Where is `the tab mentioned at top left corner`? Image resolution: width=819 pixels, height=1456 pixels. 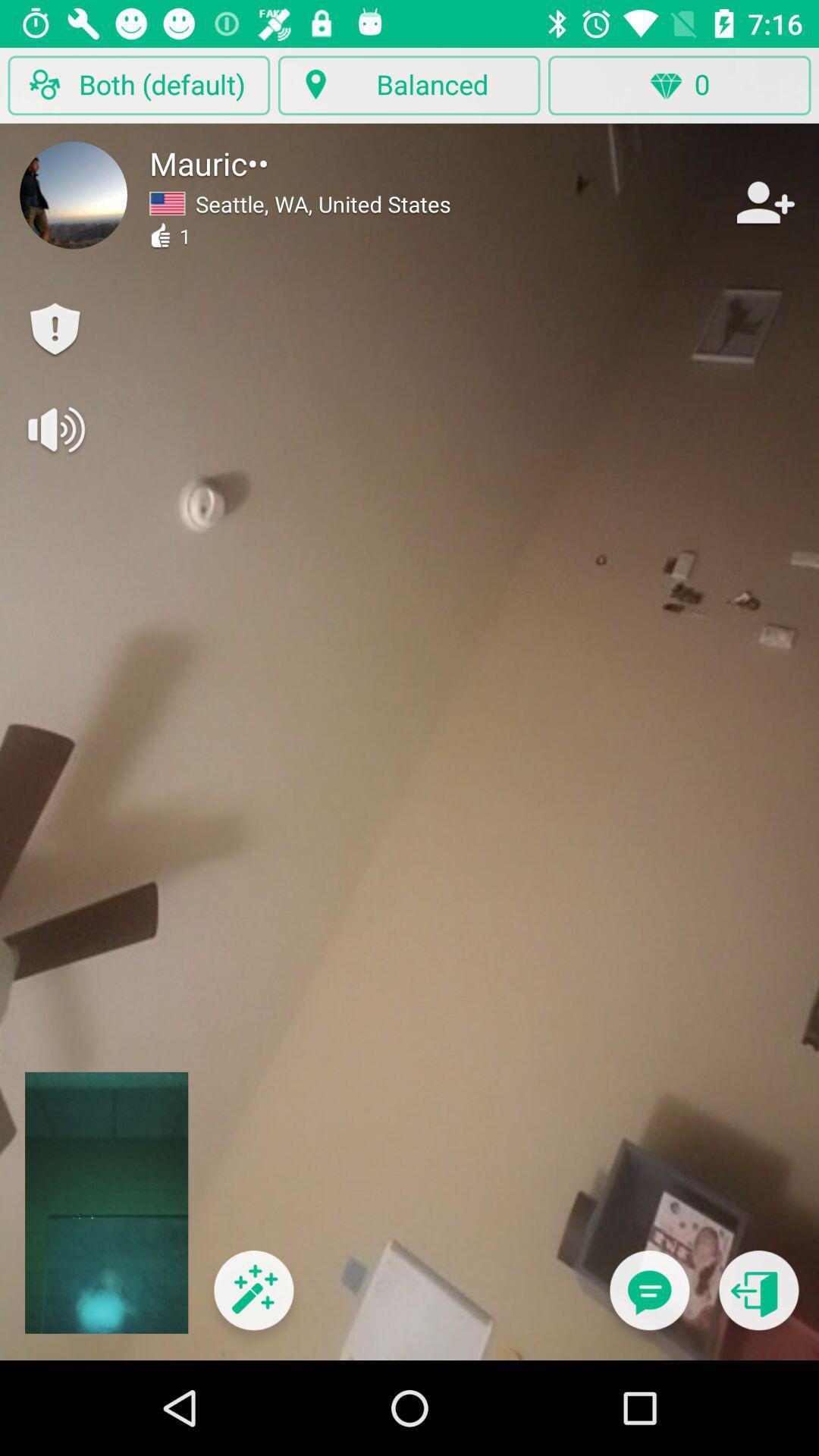
the tab mentioned at top left corner is located at coordinates (139, 85).